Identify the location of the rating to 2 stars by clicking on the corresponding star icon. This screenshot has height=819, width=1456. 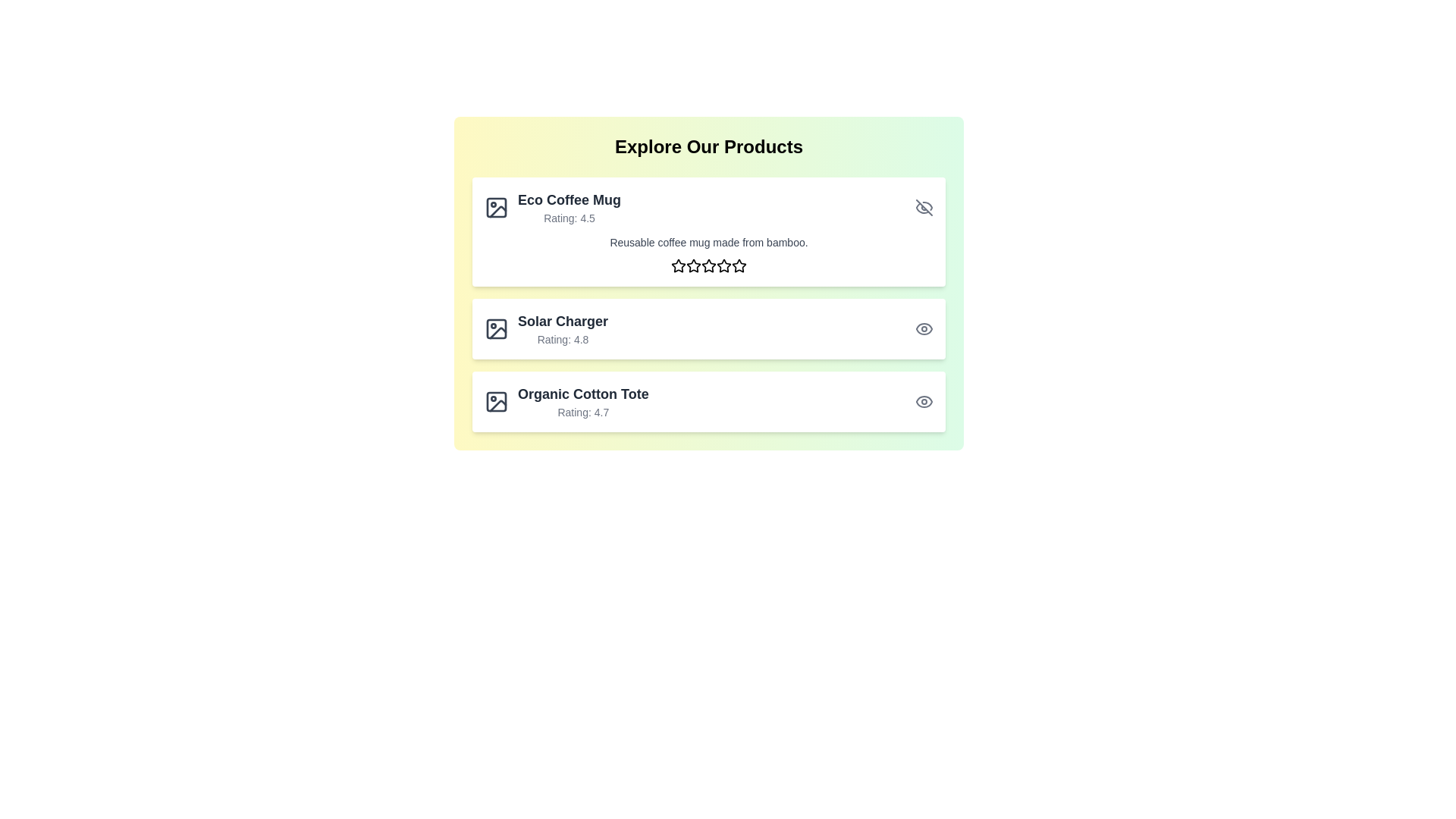
(693, 265).